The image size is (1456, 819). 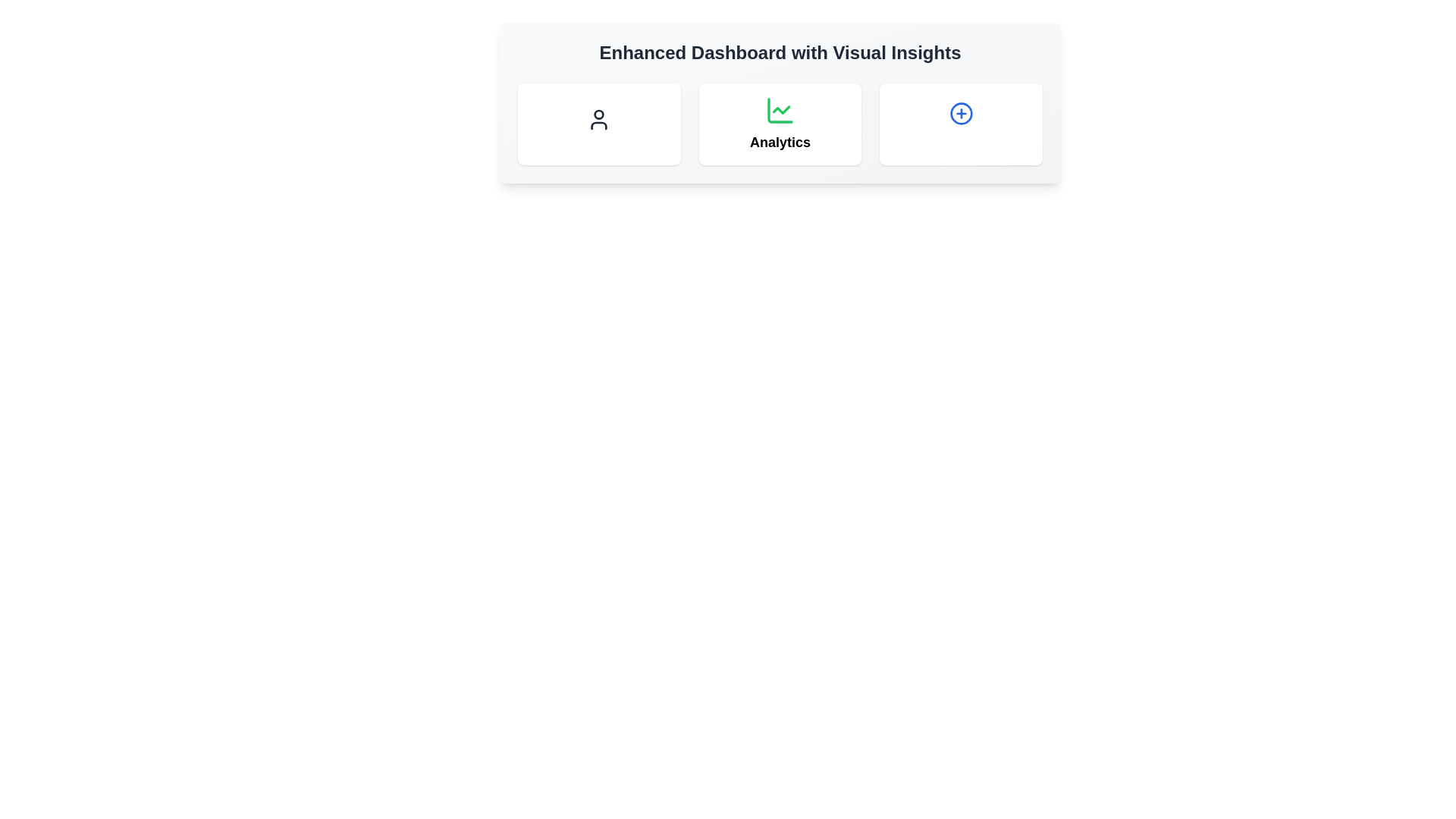 I want to click on the 'Analytics' clickable card located in the middle of the three-column grid layout, so click(x=780, y=124).